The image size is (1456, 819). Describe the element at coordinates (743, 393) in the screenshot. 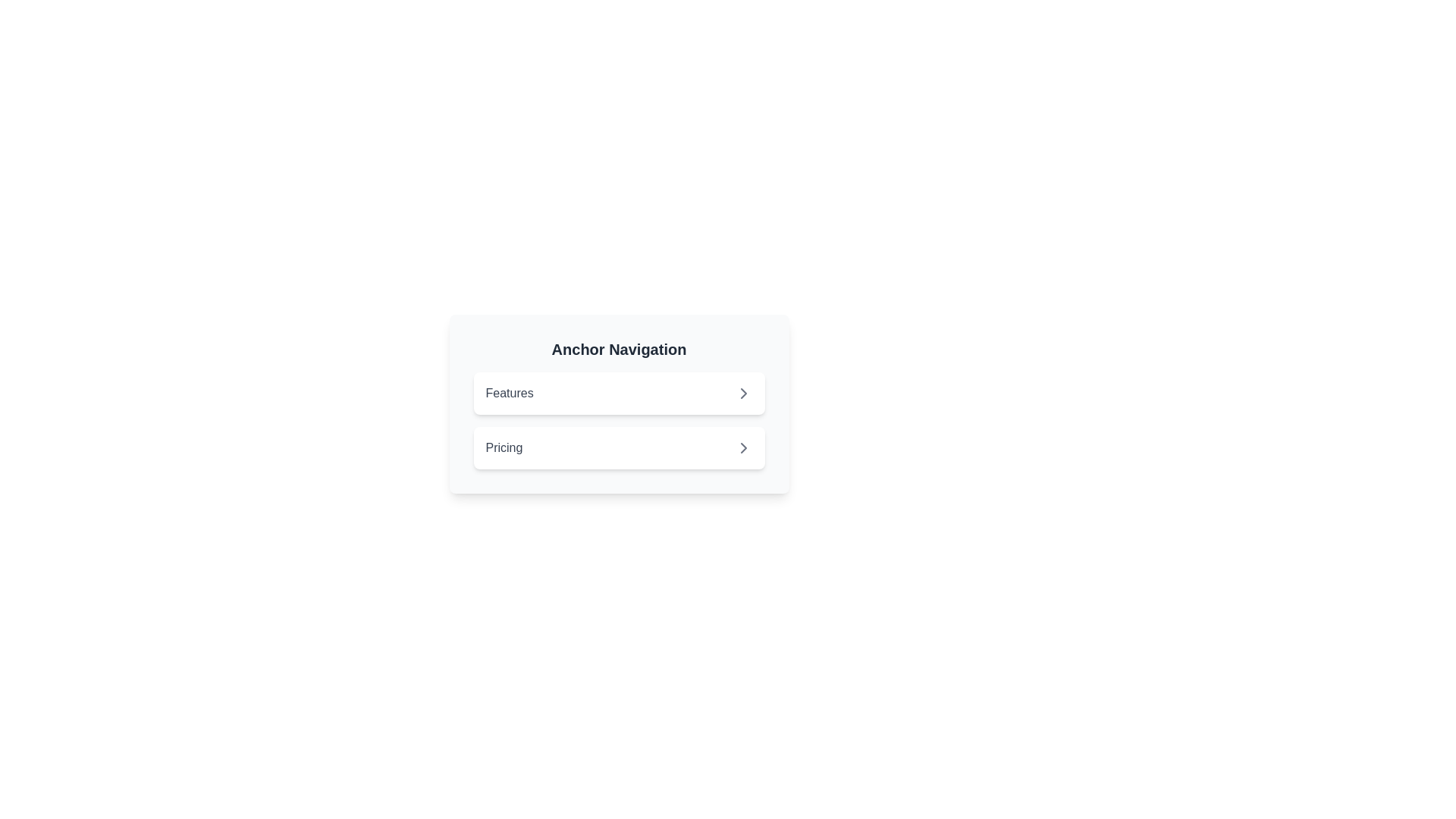

I see `the chevron-right icon in the SVG element located to the right of the 'Features' text label` at that location.